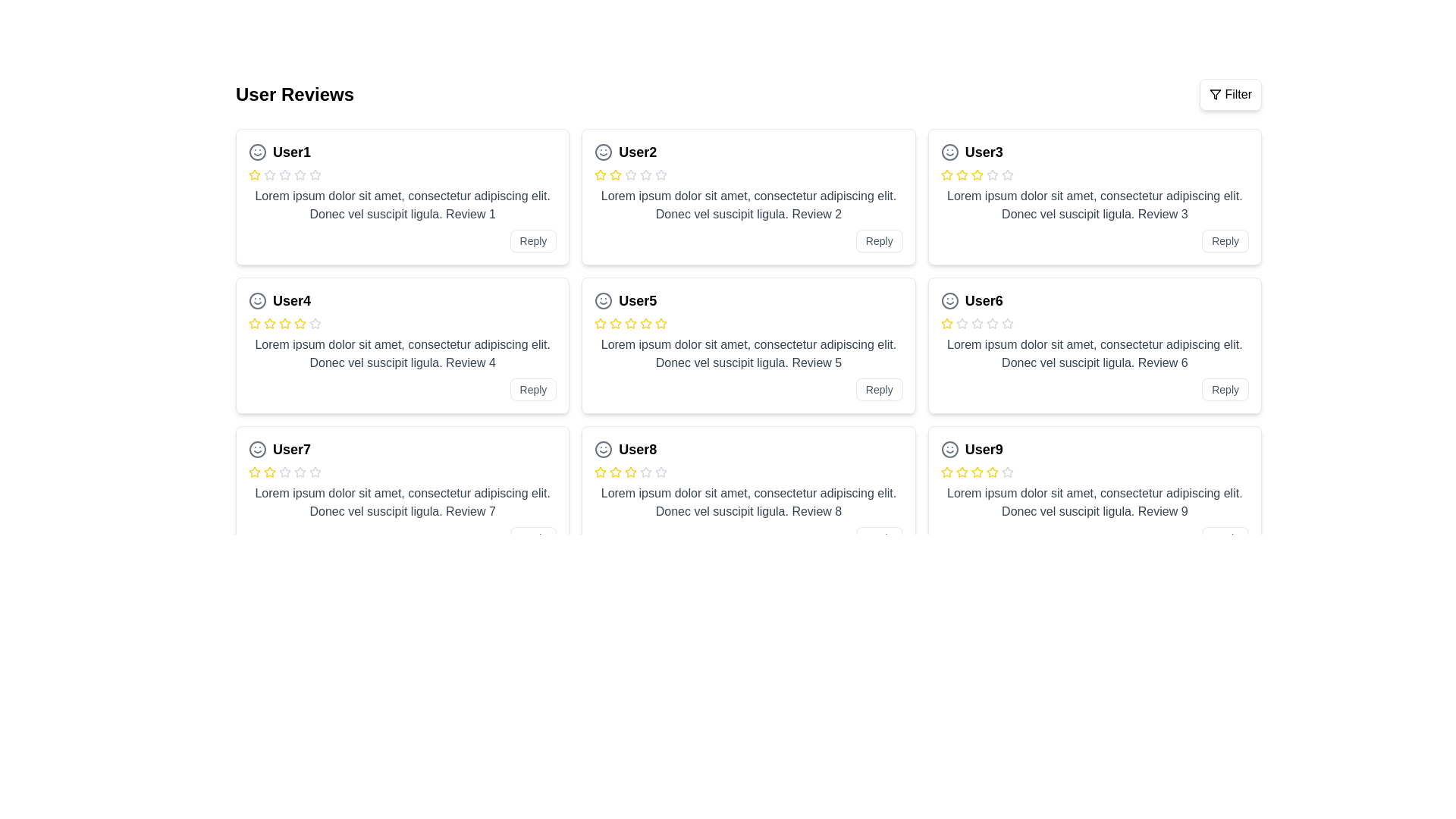 The width and height of the screenshot is (1456, 819). I want to click on the second star icon in the rating system associated with 'User4's review, which is a yellow star icon in a horizontal row of five rating stars, so click(255, 322).